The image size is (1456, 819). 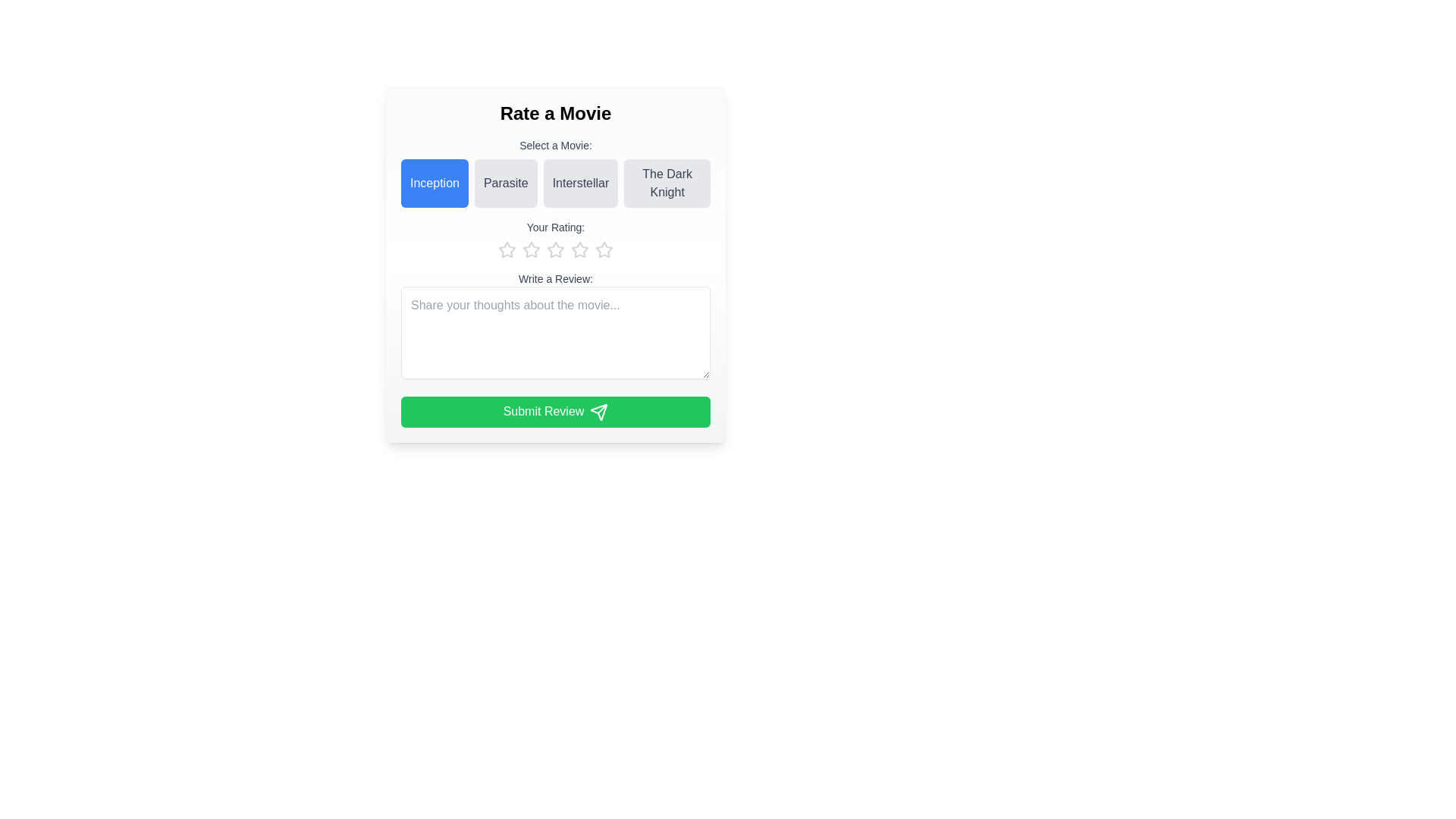 What do you see at coordinates (555, 278) in the screenshot?
I see `the label that reads 'Write a Review:', which is styled minimally in a small, dark gray font and is positioned below the 'Your Rating:' section within a review form` at bounding box center [555, 278].